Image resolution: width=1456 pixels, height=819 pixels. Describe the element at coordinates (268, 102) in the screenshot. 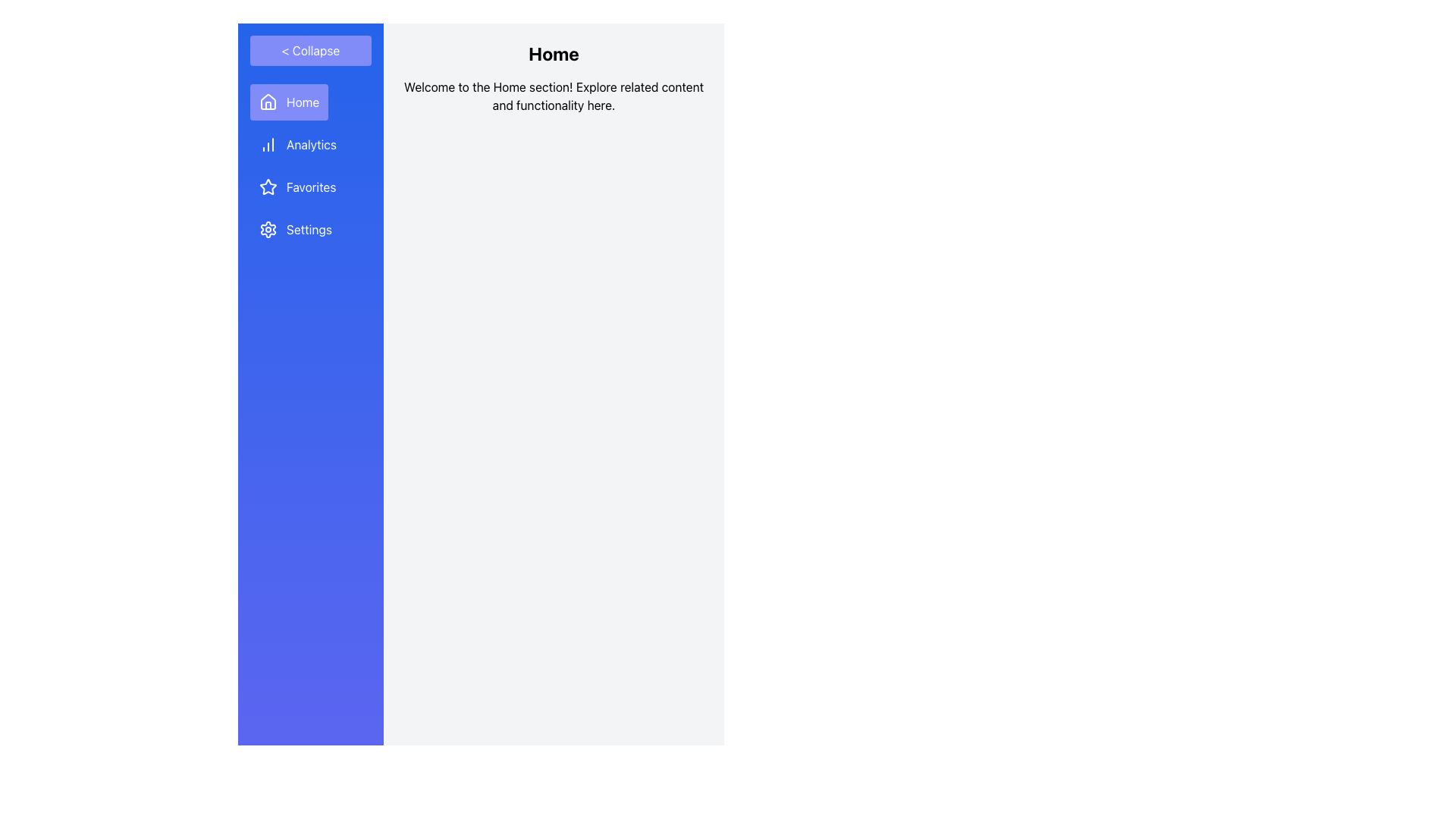

I see `the Home button which contains the decorative icon representing the home concept, located at the top of the vertical navigation sidebar` at that location.